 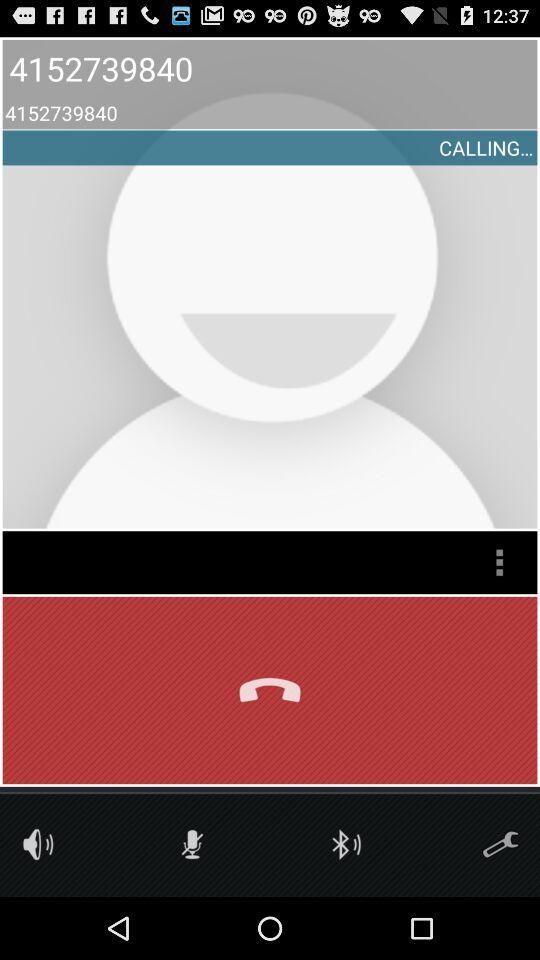 What do you see at coordinates (192, 843) in the screenshot?
I see `mute` at bounding box center [192, 843].